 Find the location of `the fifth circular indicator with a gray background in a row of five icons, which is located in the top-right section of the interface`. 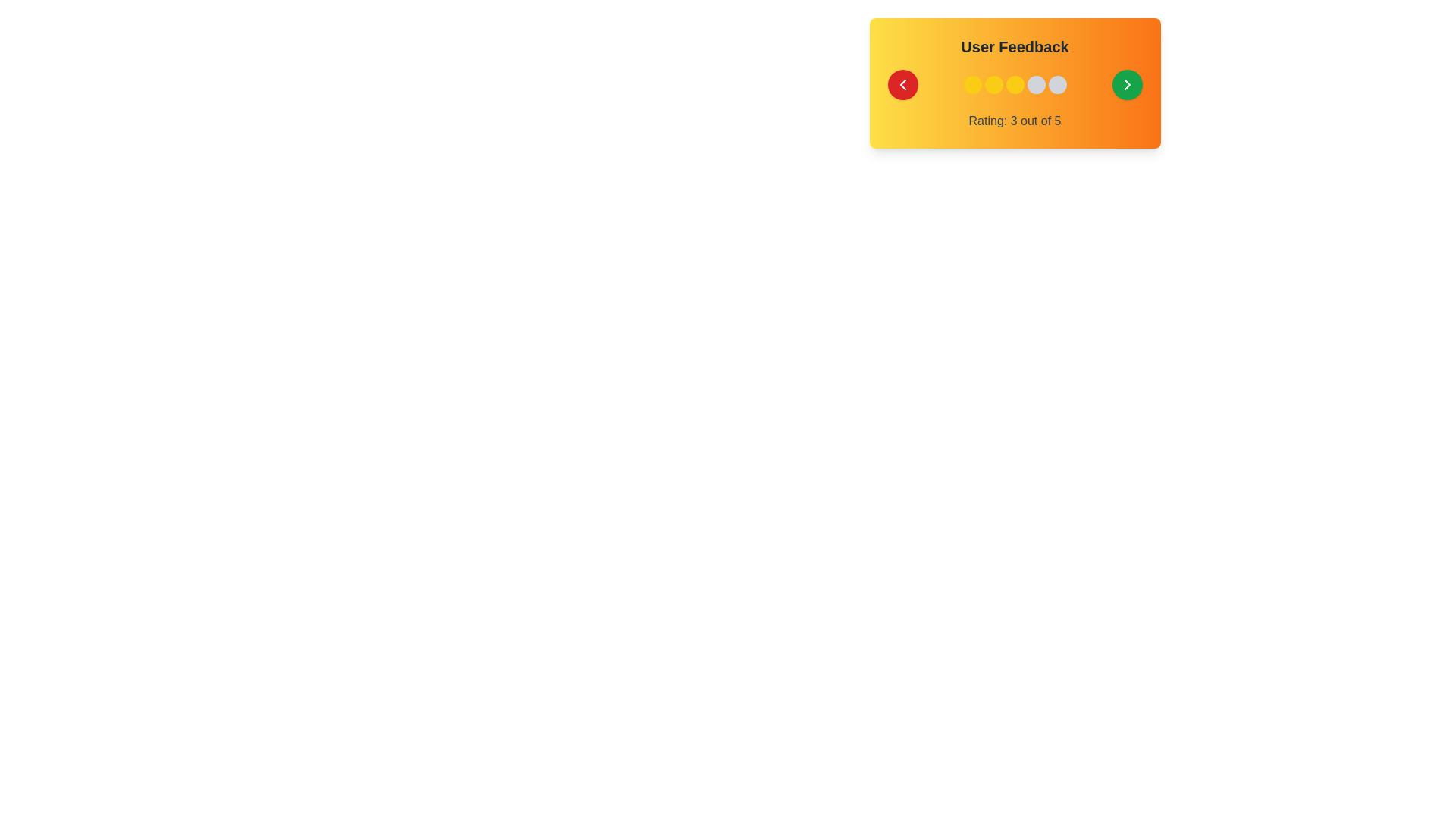

the fifth circular indicator with a gray background in a row of five icons, which is located in the top-right section of the interface is located at coordinates (1056, 84).